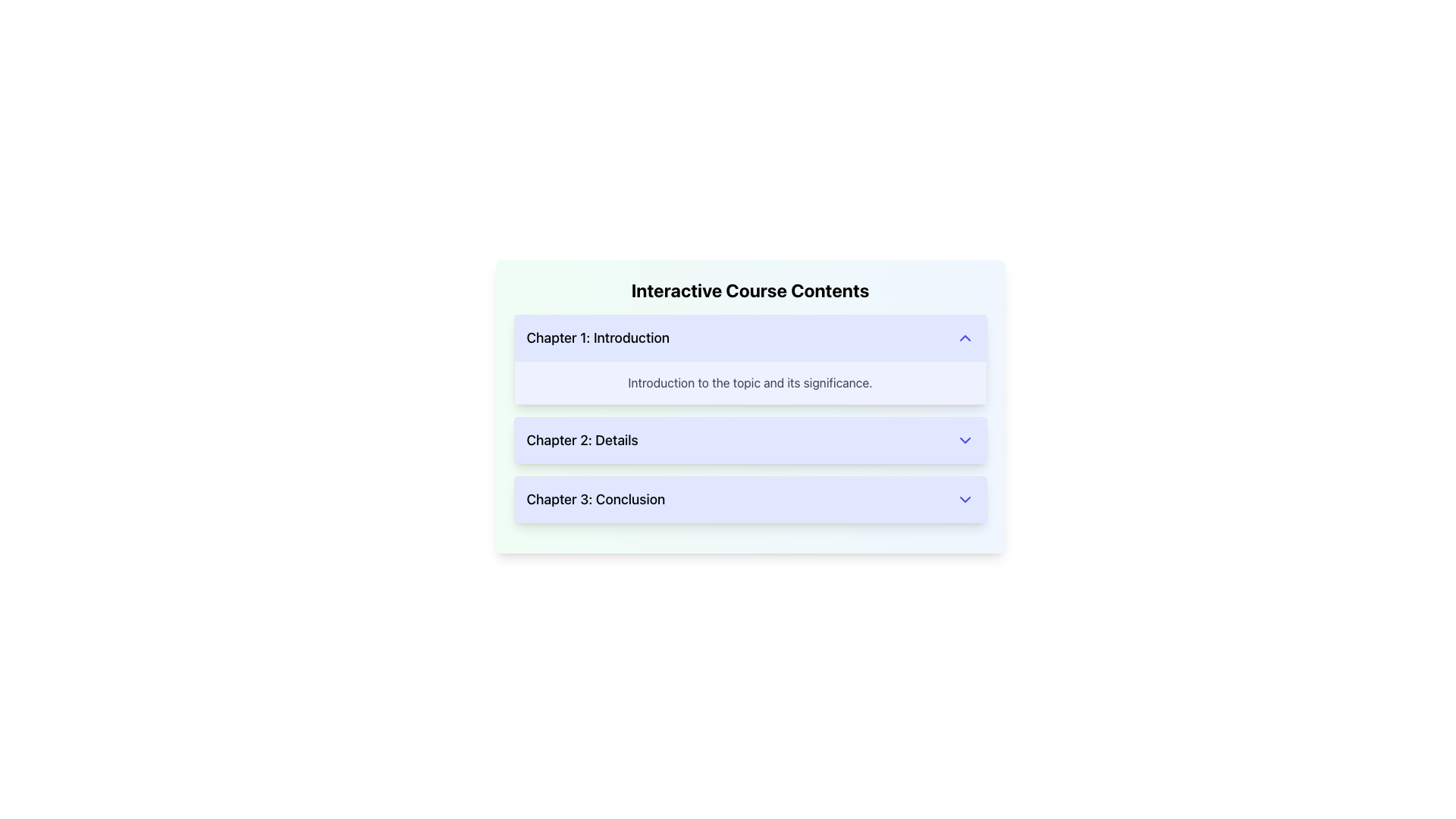 This screenshot has height=819, width=1456. What do you see at coordinates (964, 441) in the screenshot?
I see `the downward-pointing chevron icon styled in bold indigo blue, located to the right of 'Chapter 2: Details'` at bounding box center [964, 441].